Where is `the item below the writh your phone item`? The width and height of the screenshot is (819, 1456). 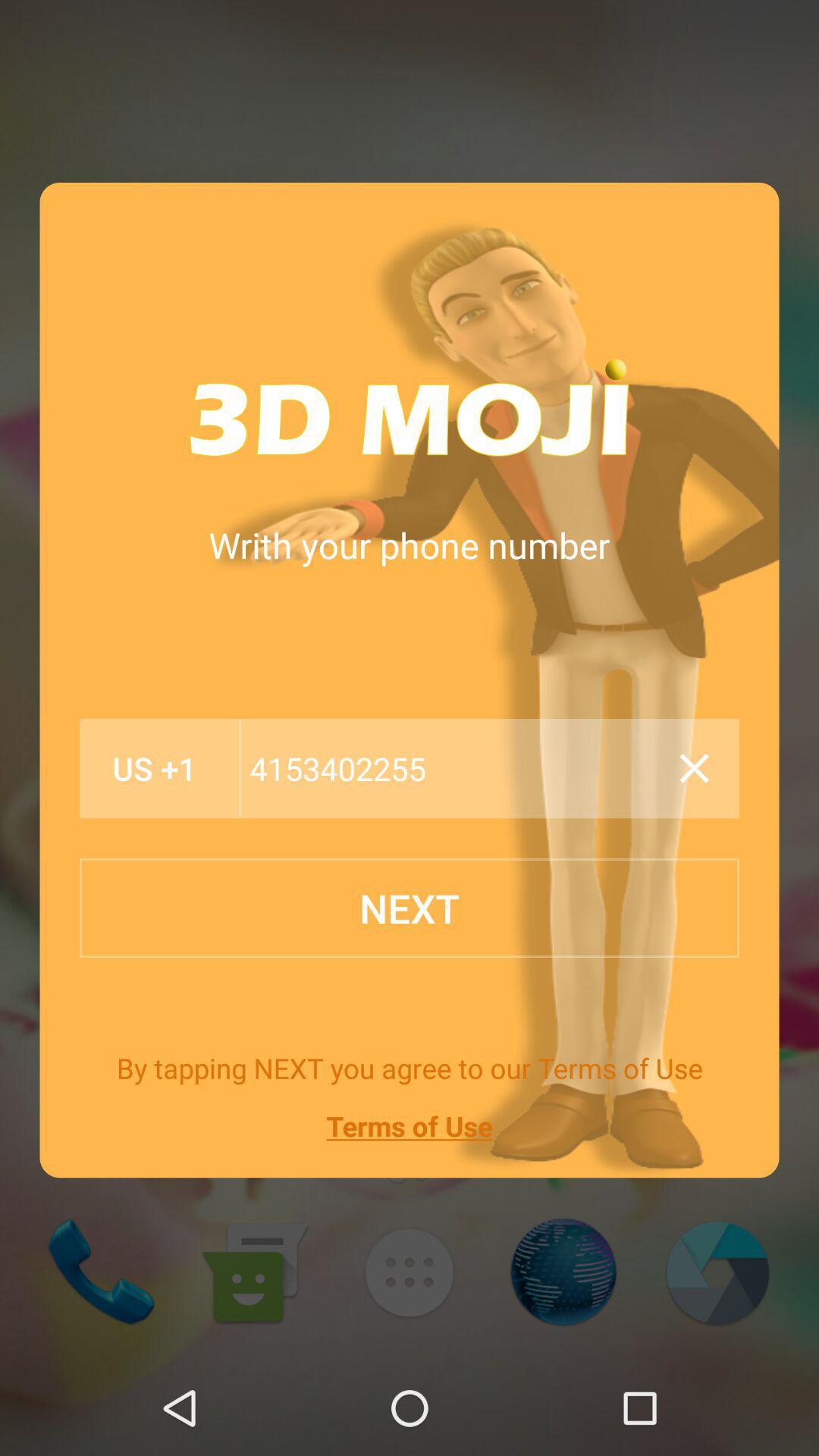 the item below the writh your phone item is located at coordinates (453, 768).